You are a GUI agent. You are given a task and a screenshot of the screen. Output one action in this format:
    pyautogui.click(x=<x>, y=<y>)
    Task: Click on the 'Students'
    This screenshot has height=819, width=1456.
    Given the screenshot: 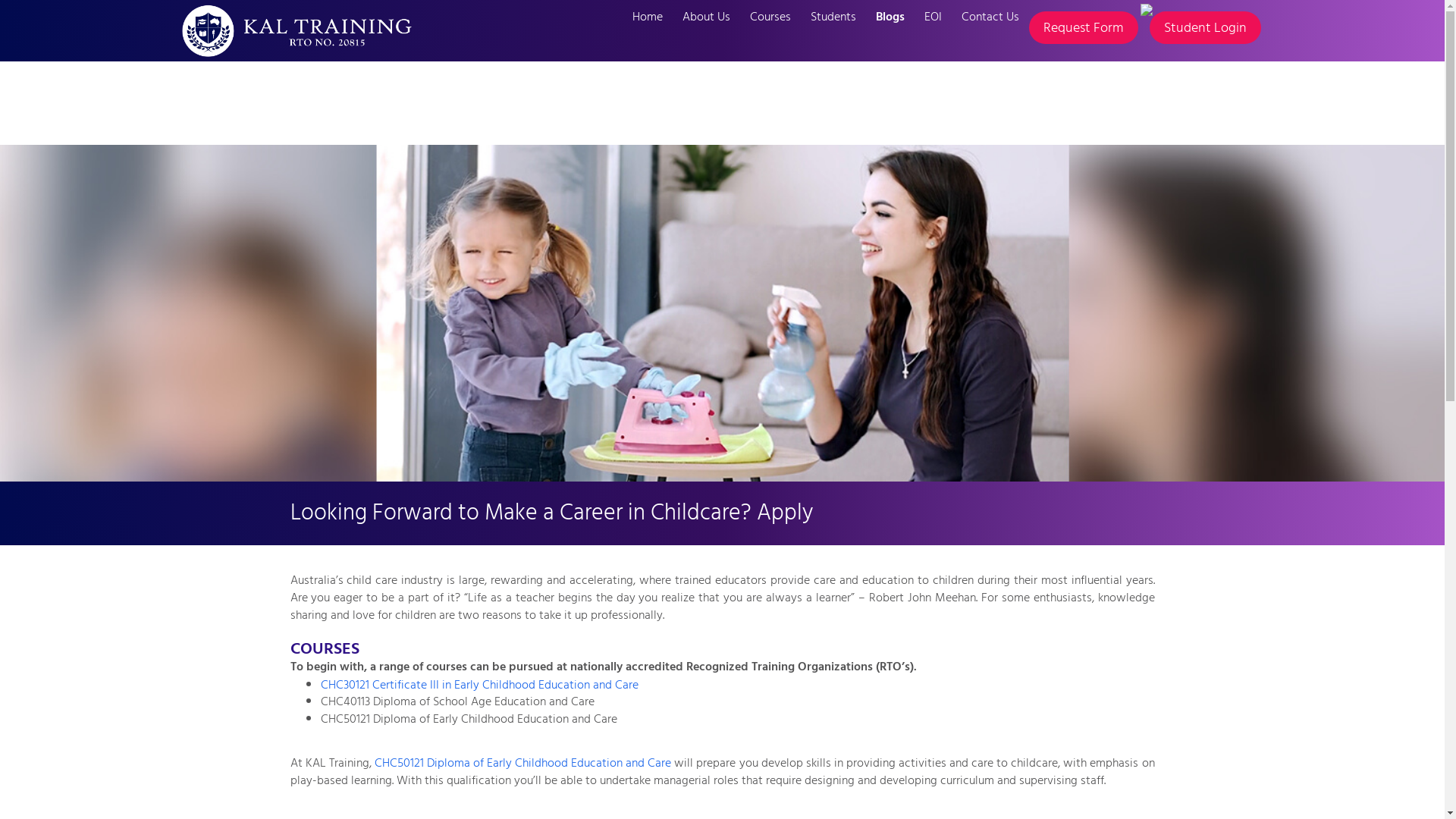 What is the action you would take?
    pyautogui.click(x=833, y=17)
    